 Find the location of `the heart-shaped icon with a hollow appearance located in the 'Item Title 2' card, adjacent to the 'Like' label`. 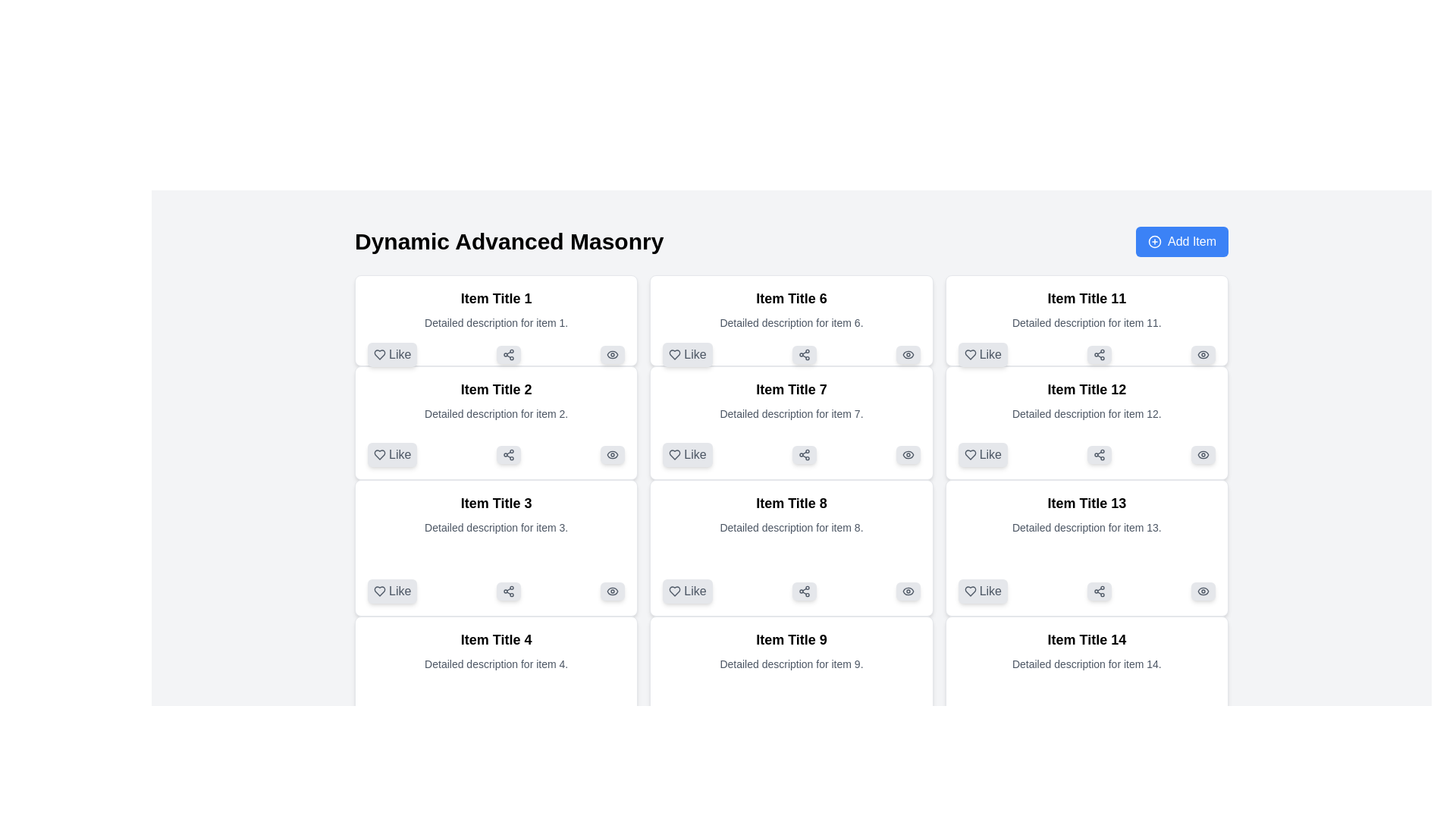

the heart-shaped icon with a hollow appearance located in the 'Item Title 2' card, adjacent to the 'Like' label is located at coordinates (379, 454).